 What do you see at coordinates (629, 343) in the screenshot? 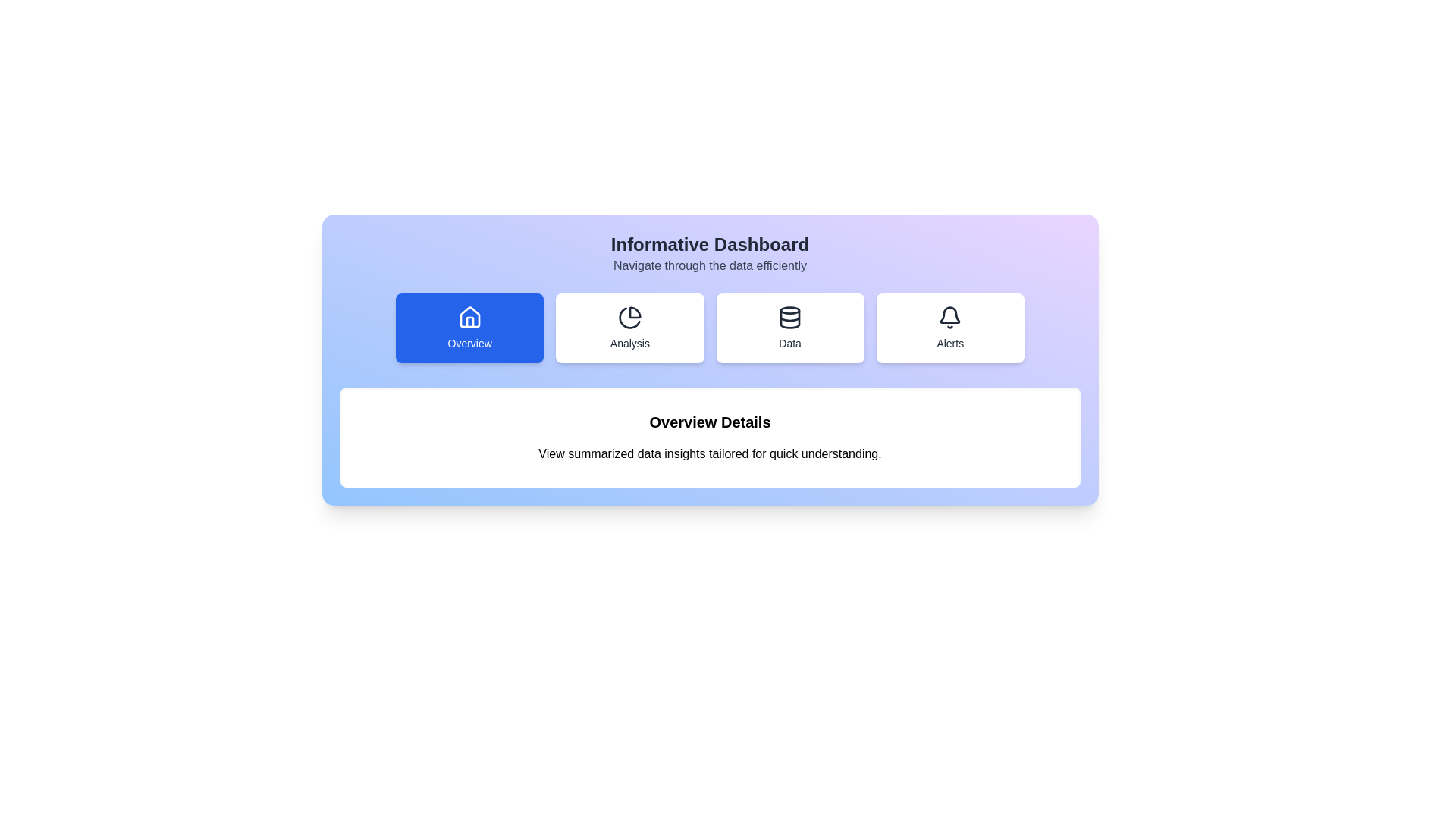
I see `text of the 'Analysis' navigation option label located in the second tile of the navigation grid, positioned directly beneath the pie chart icon` at bounding box center [629, 343].